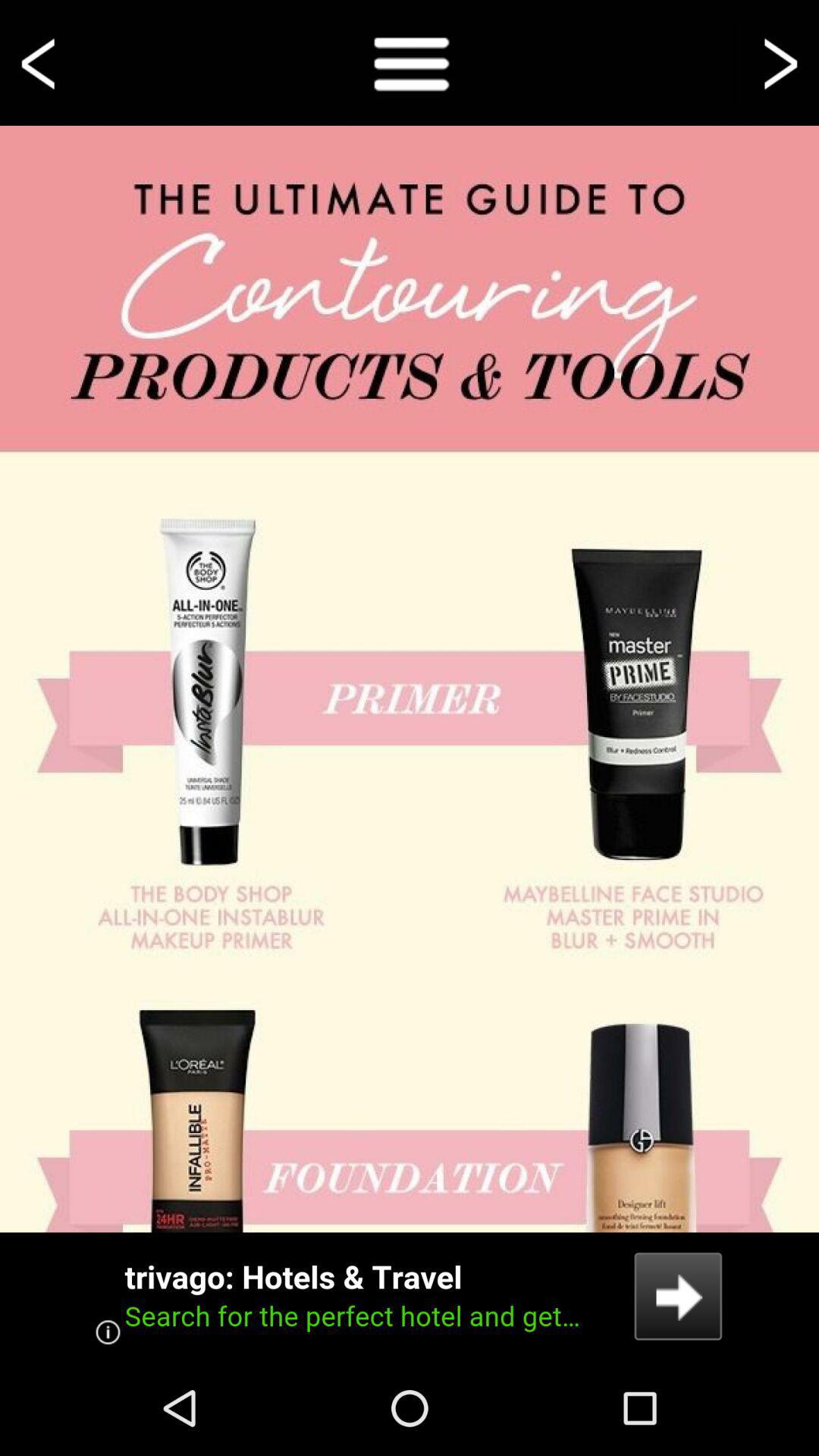 The height and width of the screenshot is (1456, 819). What do you see at coordinates (778, 61) in the screenshot?
I see `go next` at bounding box center [778, 61].